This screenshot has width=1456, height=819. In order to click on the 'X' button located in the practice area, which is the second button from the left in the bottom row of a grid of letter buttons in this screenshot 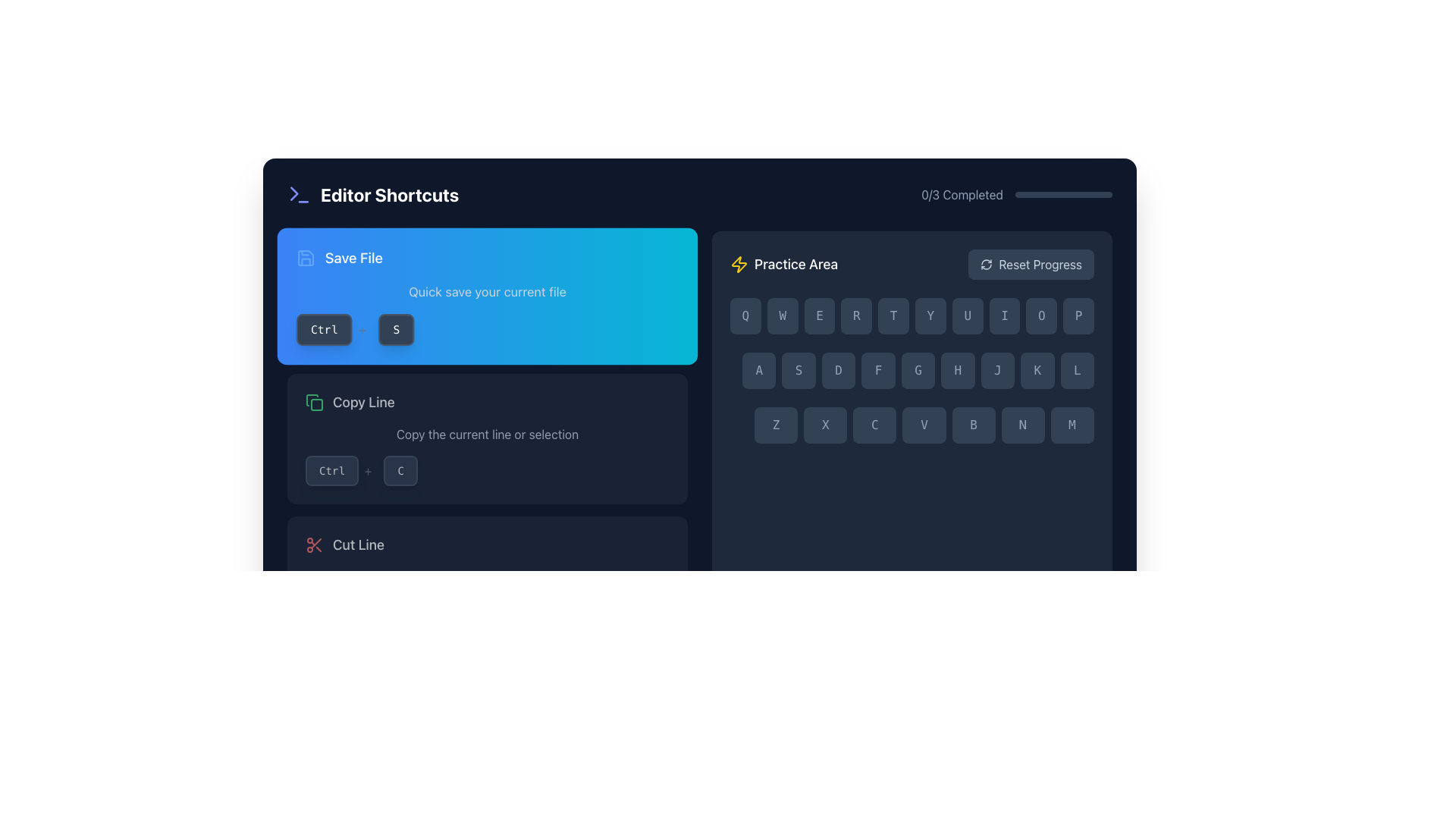, I will do `click(824, 425)`.